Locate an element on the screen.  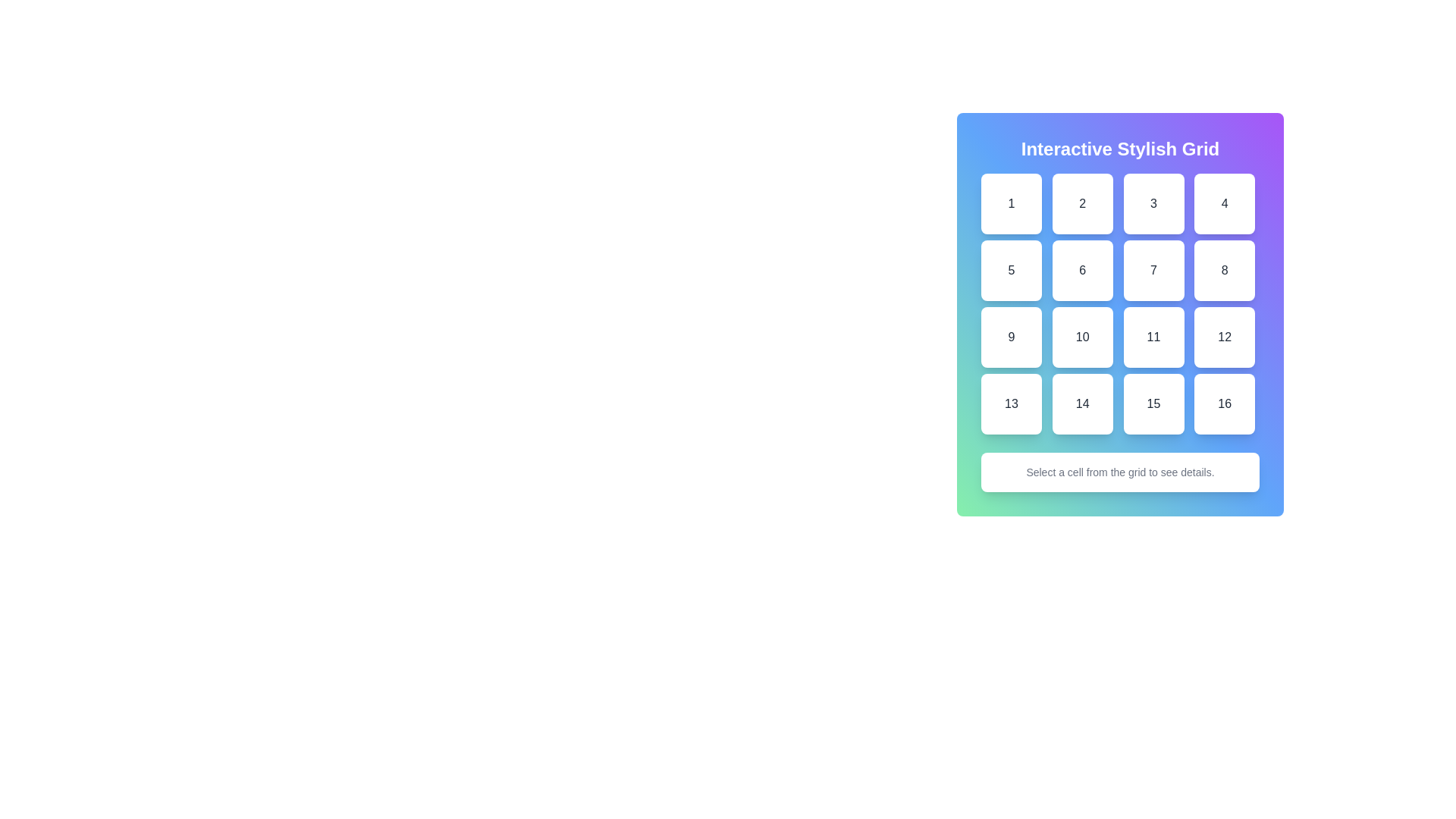
the button labeled '4' in the grid layout to observe its hover effect is located at coordinates (1225, 203).